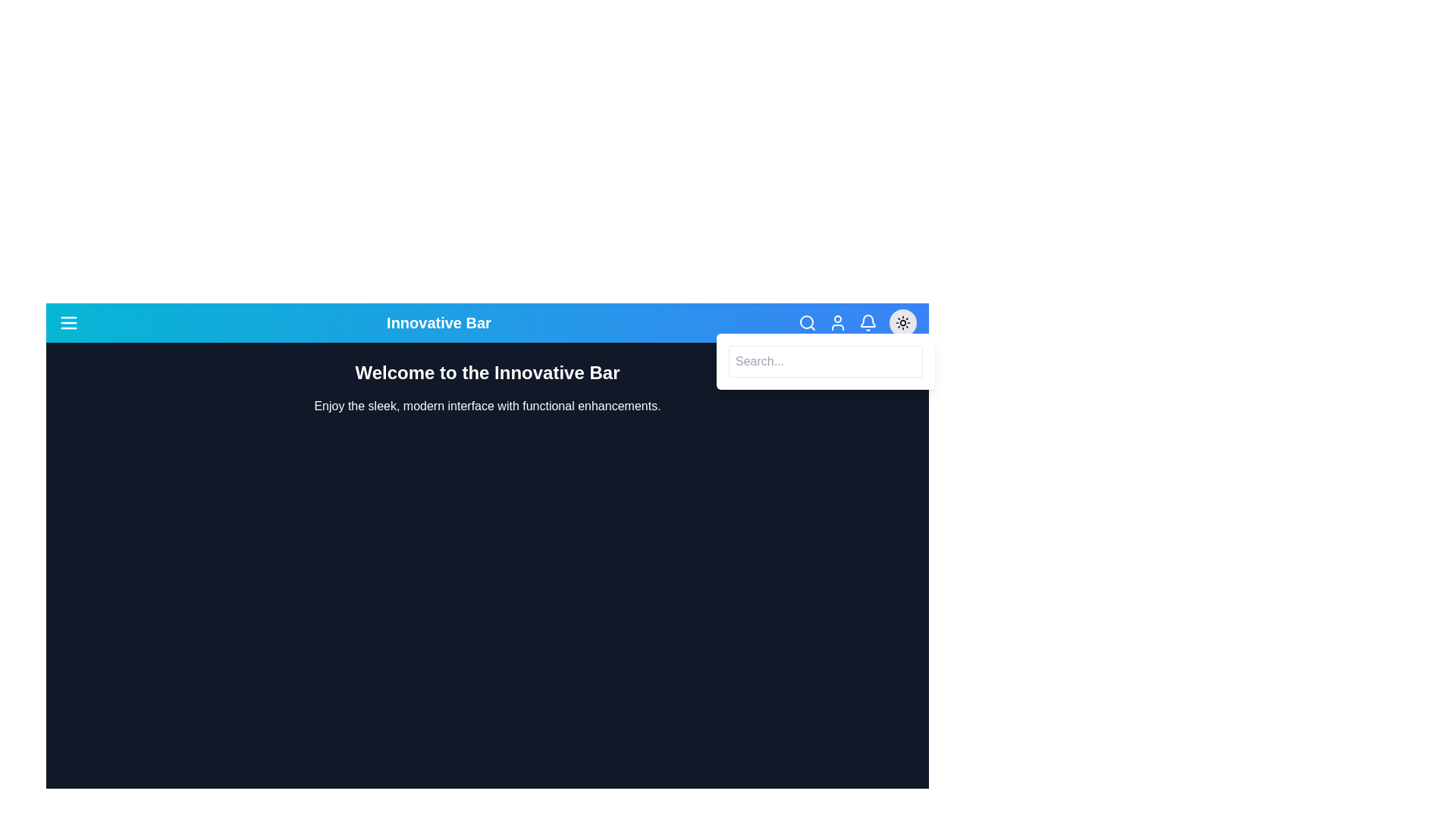 This screenshot has height=819, width=1456. What do you see at coordinates (868, 322) in the screenshot?
I see `the notification bell icon` at bounding box center [868, 322].